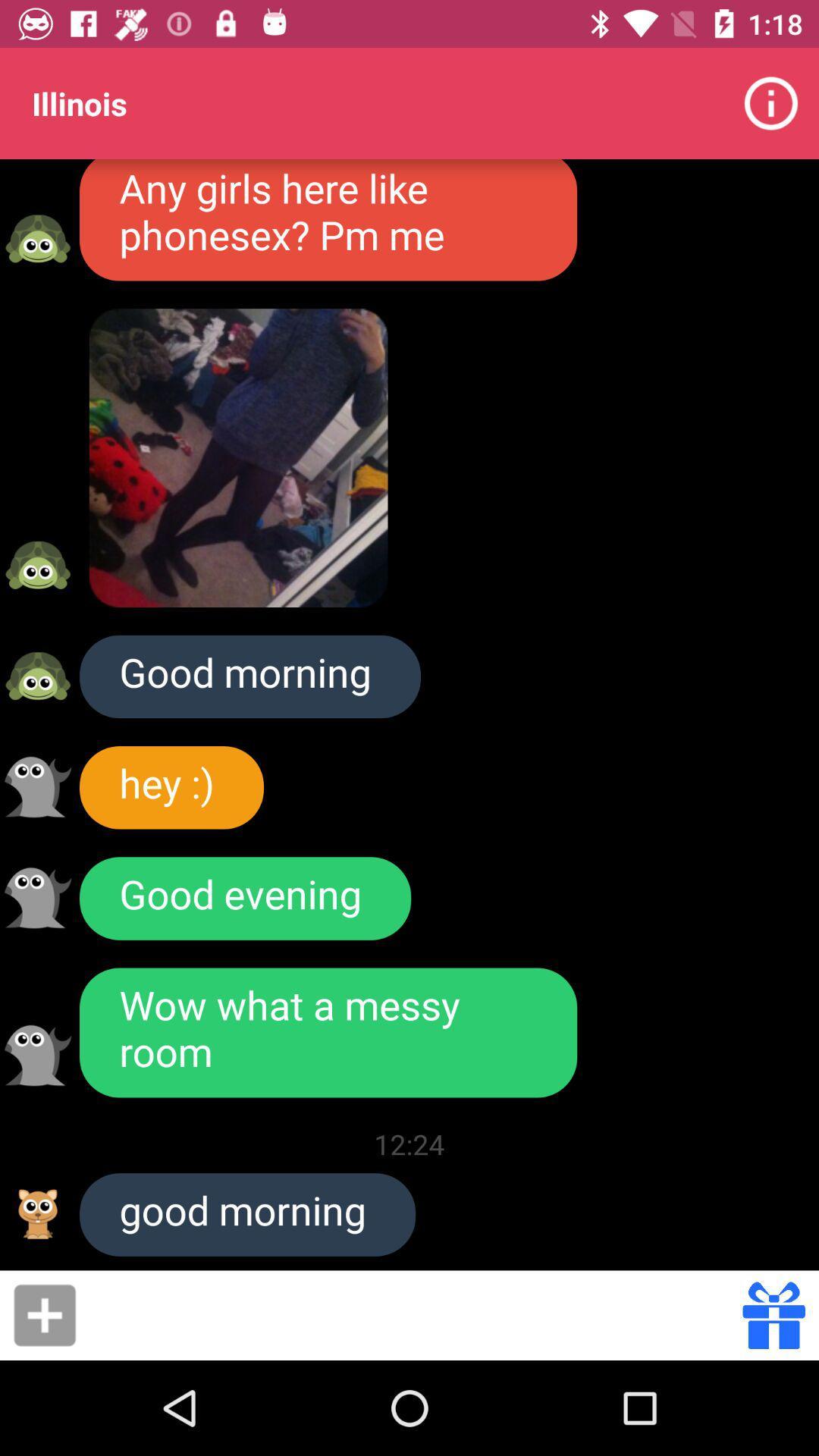  What do you see at coordinates (328, 1032) in the screenshot?
I see `item above the 12:24 icon` at bounding box center [328, 1032].